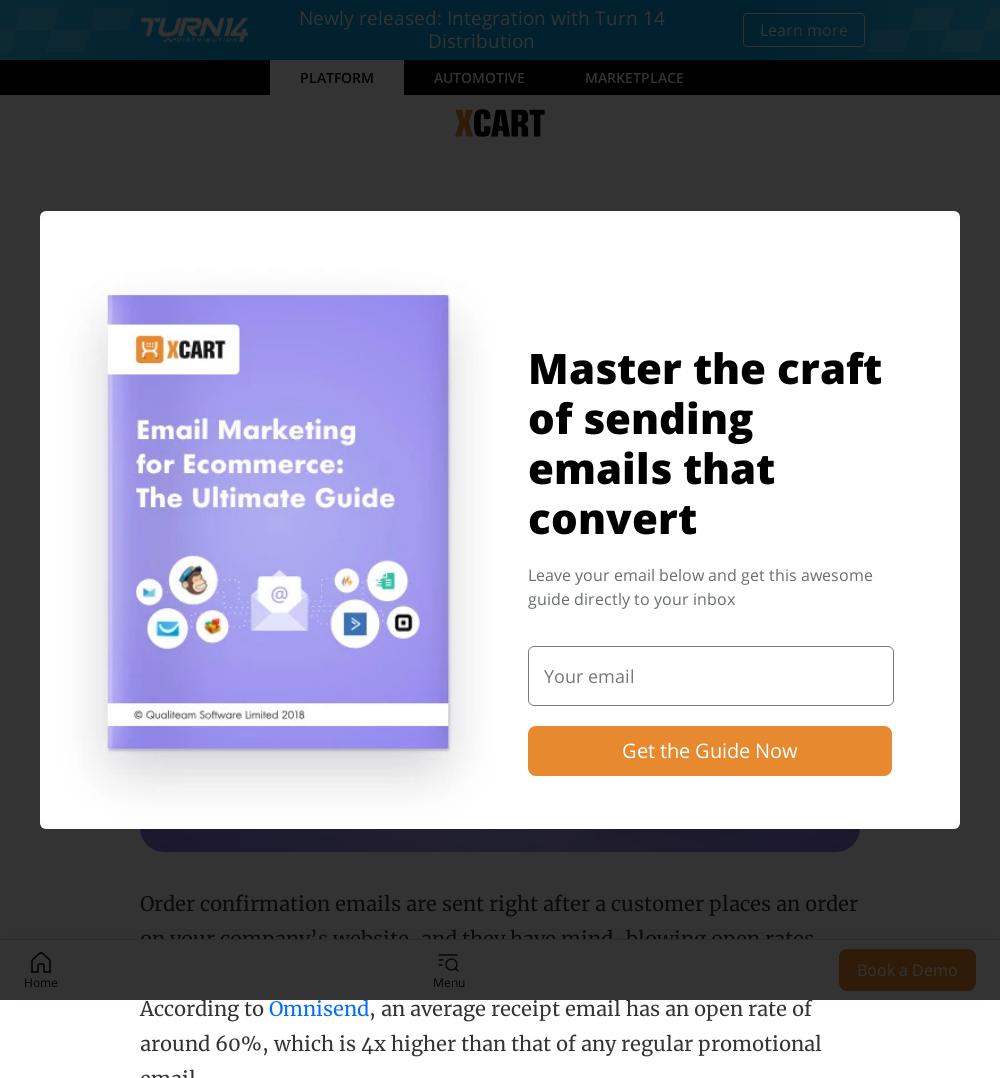 The height and width of the screenshot is (1078, 1000). Describe the element at coordinates (803, 28) in the screenshot. I see `'Learn more'` at that location.